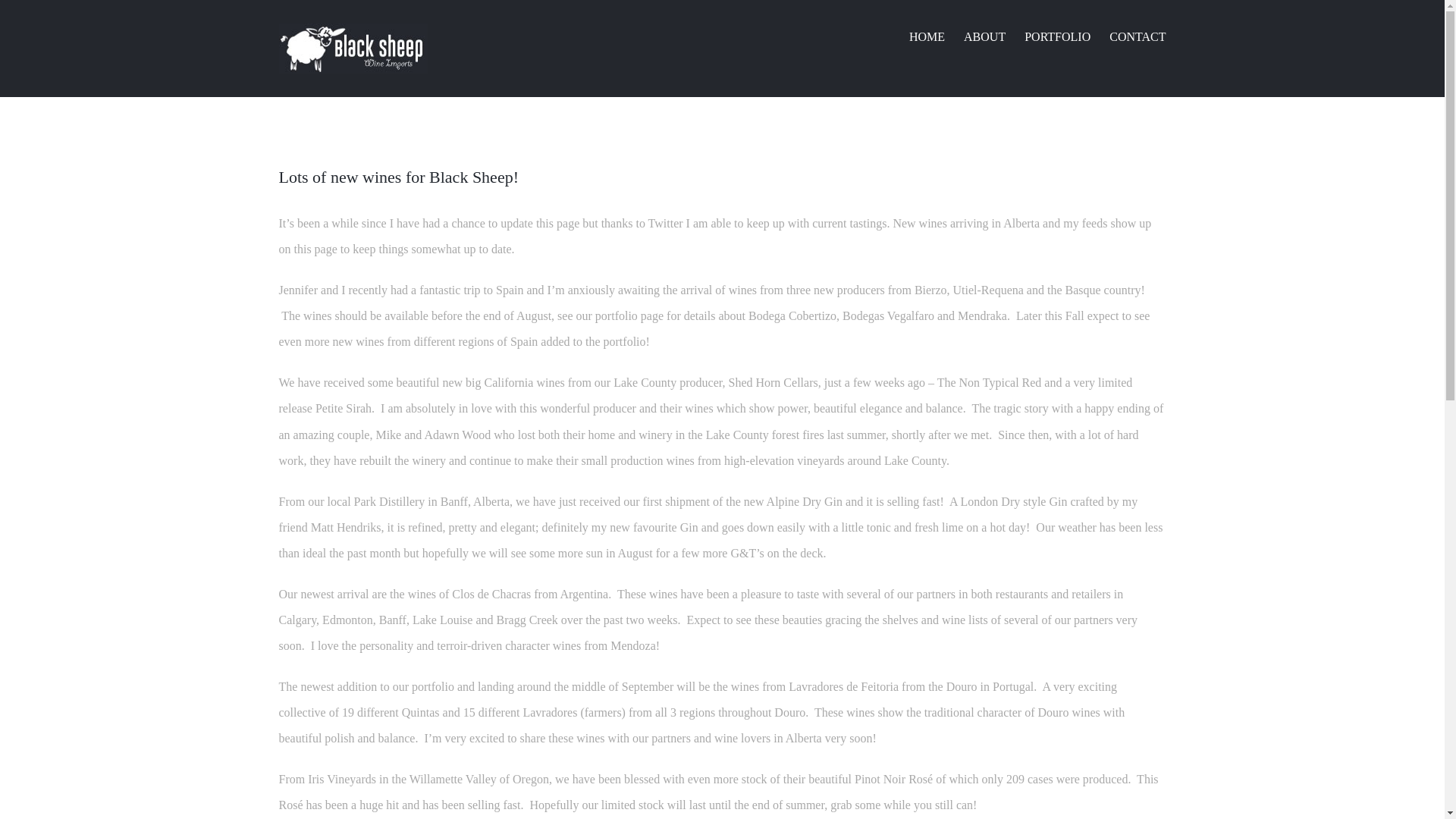  I want to click on 'HOME', so click(926, 35).